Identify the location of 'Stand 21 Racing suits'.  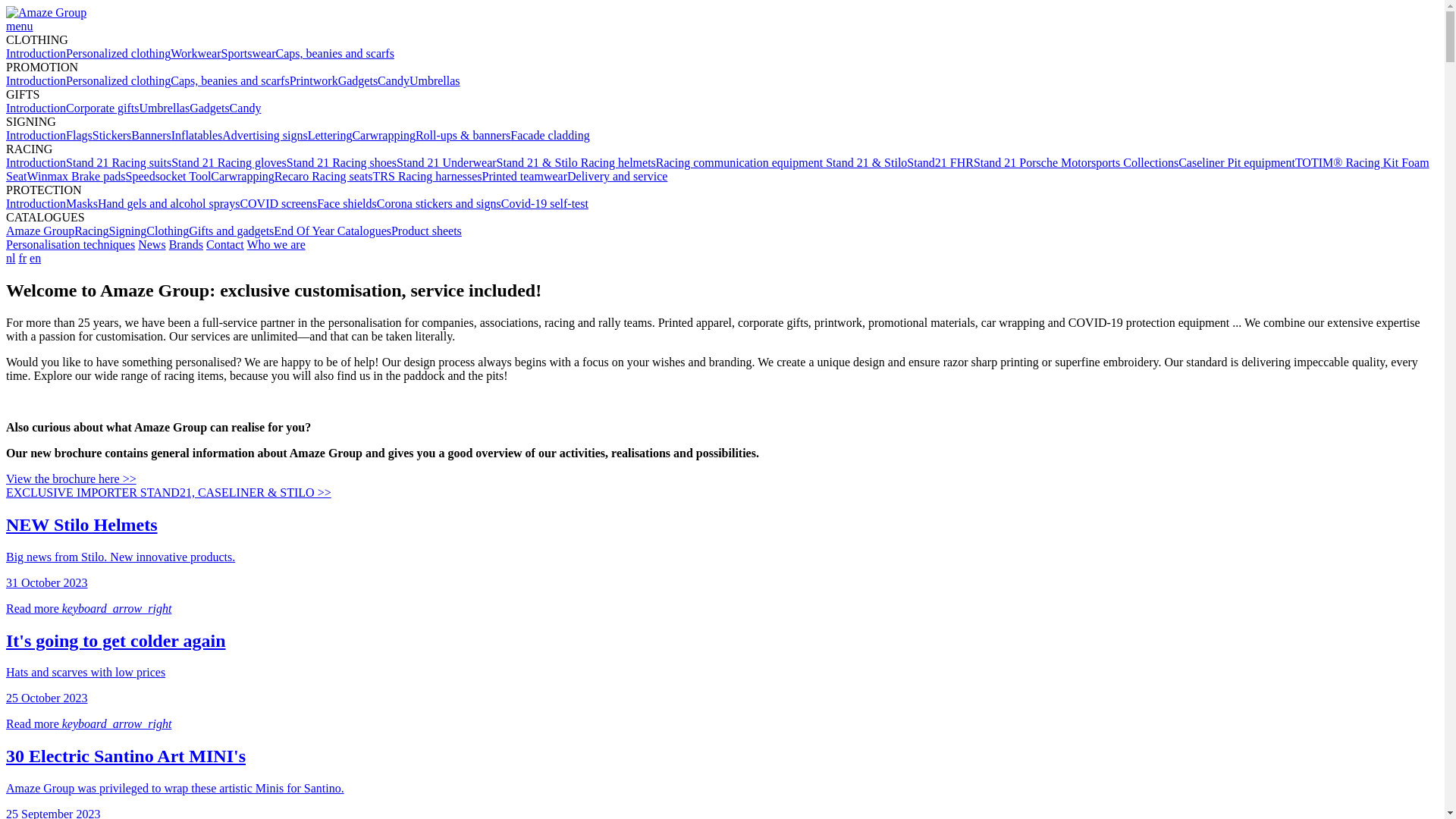
(118, 162).